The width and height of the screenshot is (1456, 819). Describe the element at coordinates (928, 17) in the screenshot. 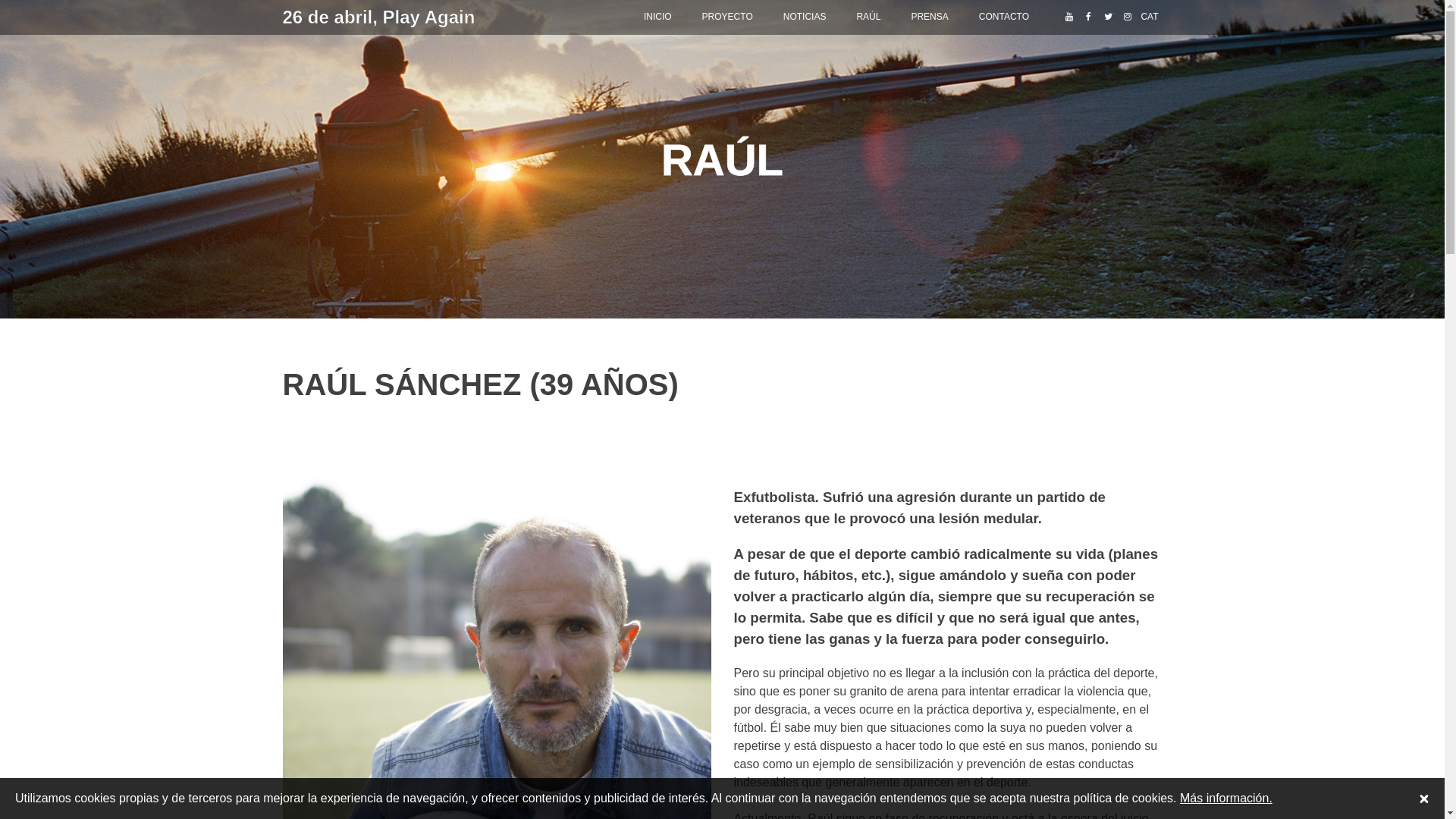

I see `'PRENSA'` at that location.